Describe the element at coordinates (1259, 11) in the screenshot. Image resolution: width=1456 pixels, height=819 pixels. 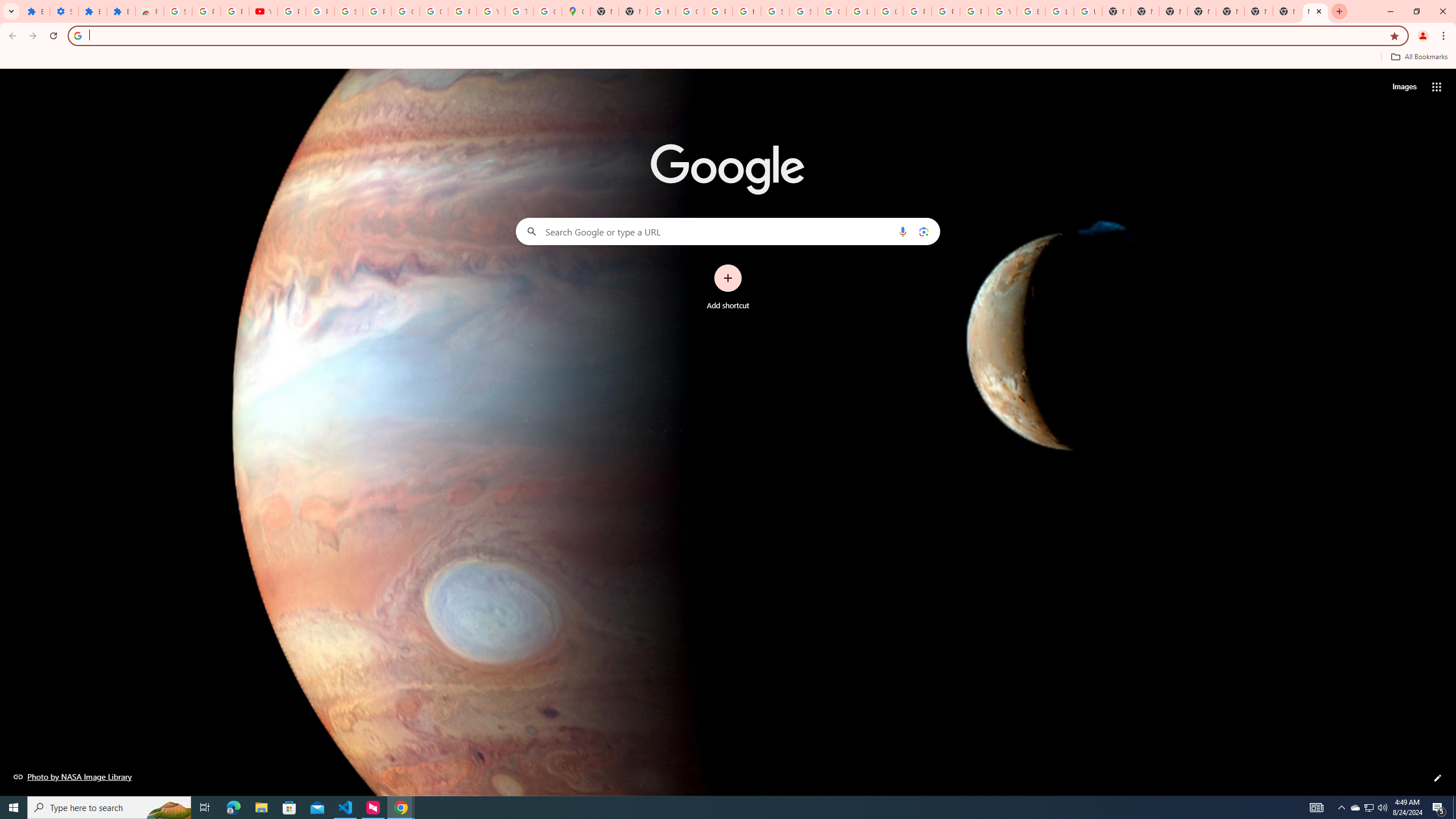
I see `'New Tab'` at that location.